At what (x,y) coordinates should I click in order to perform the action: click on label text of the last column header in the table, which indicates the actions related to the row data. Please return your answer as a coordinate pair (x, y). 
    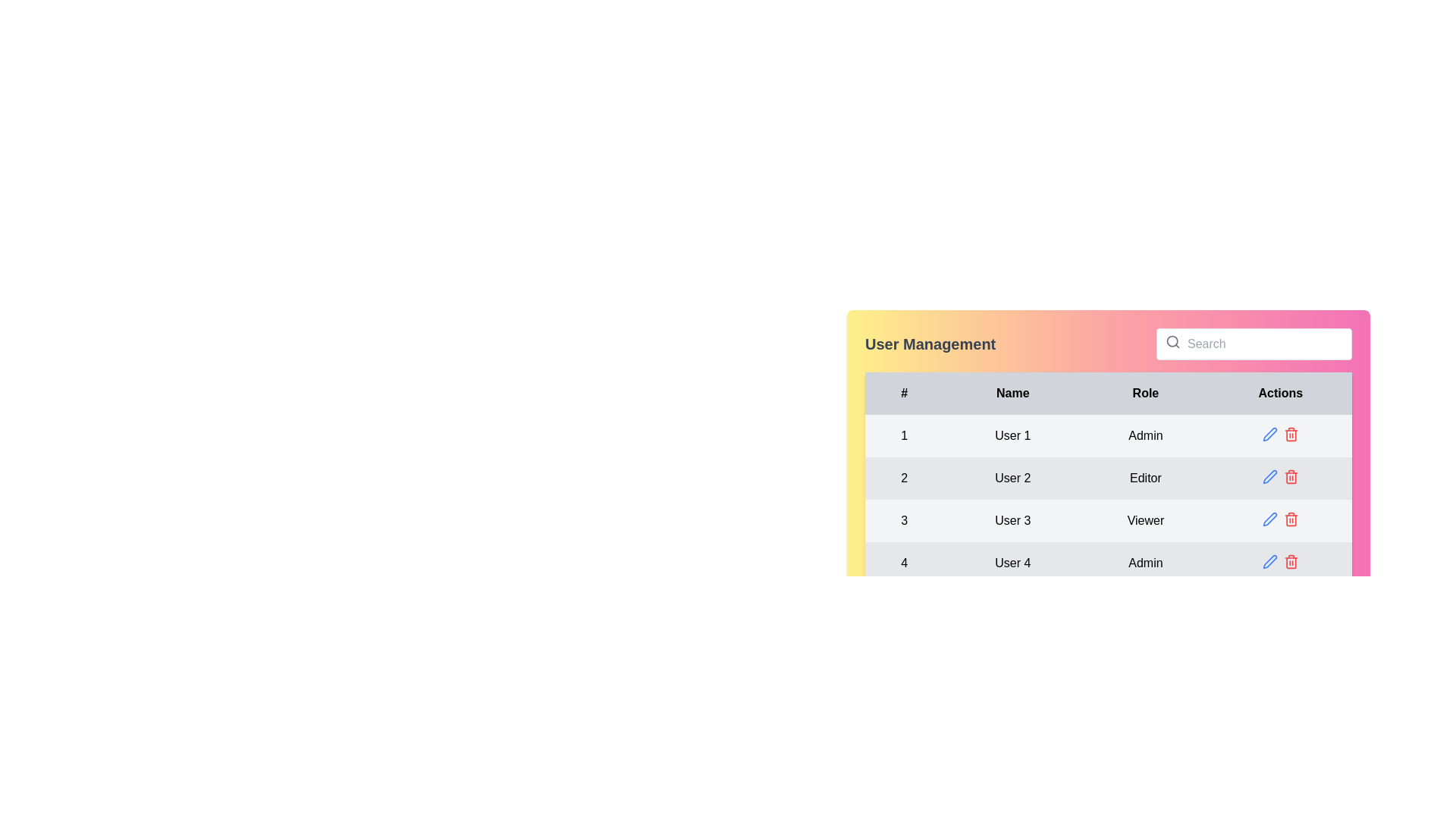
    Looking at the image, I should click on (1279, 393).